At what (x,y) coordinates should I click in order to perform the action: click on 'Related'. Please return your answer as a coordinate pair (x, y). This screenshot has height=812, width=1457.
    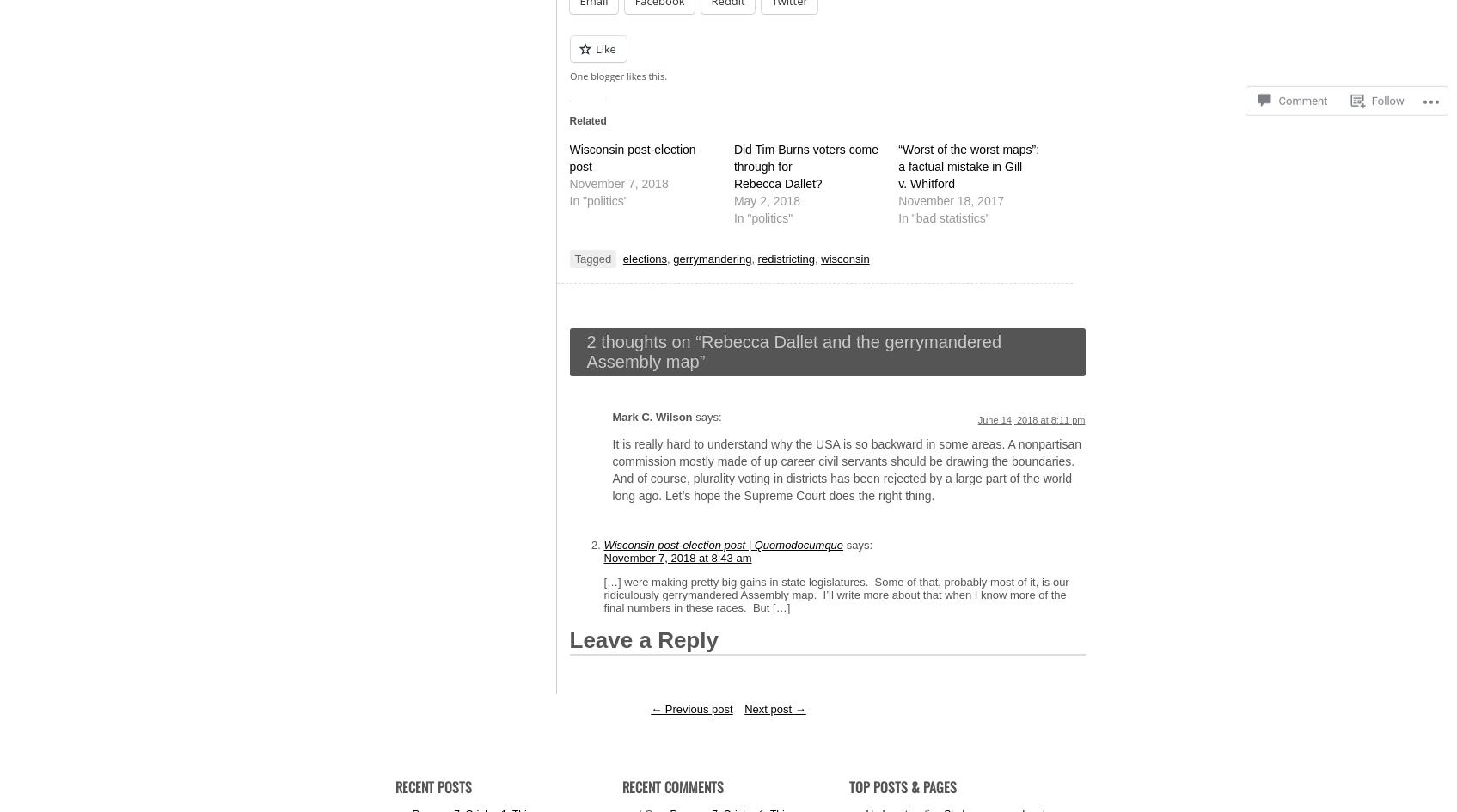
    Looking at the image, I should click on (587, 119).